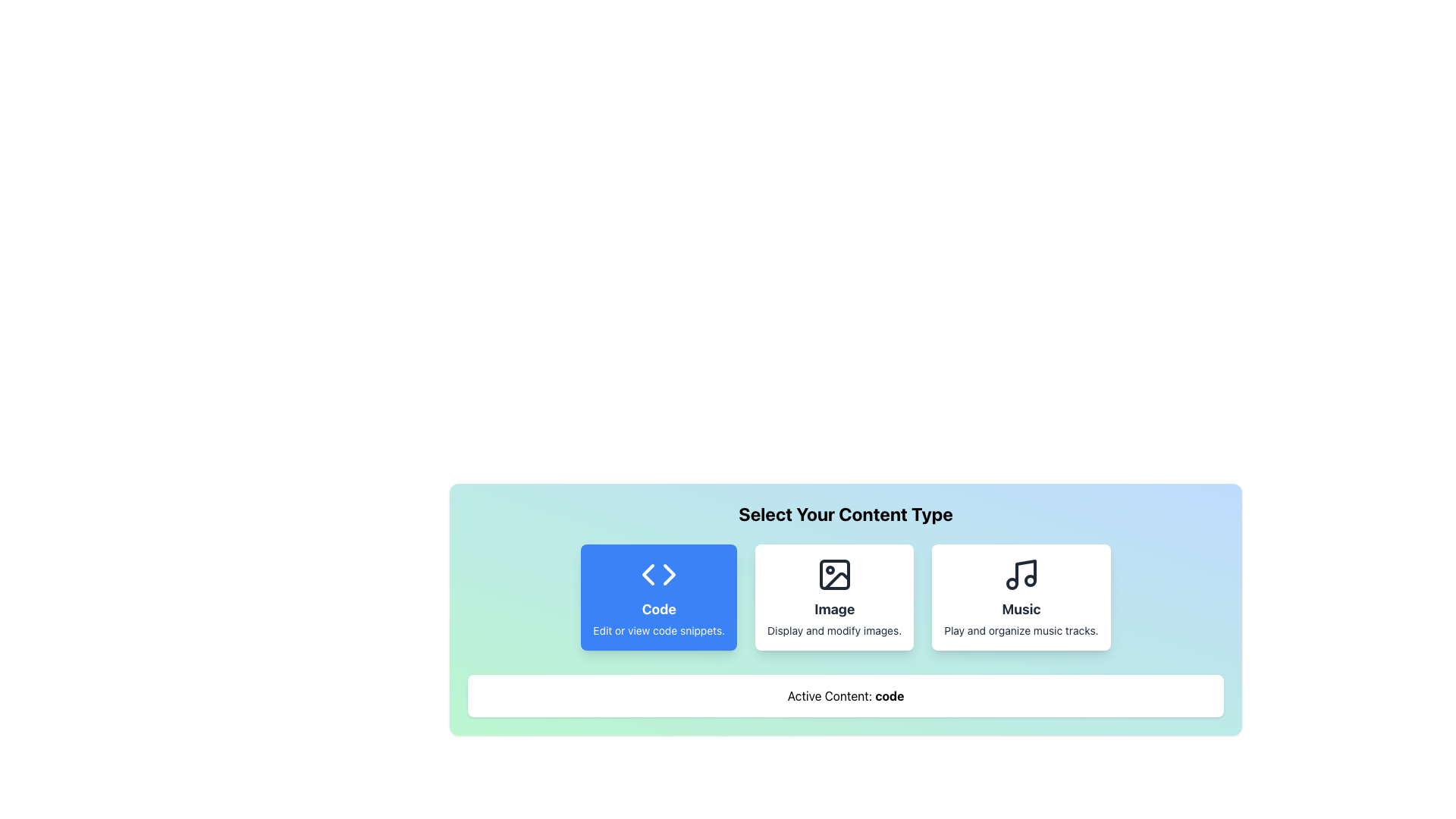  I want to click on the text label that says 'Play and organize music tracks.', which is centered below the title 'Music' in the third clickable box under the 'Music' category, so click(1021, 631).